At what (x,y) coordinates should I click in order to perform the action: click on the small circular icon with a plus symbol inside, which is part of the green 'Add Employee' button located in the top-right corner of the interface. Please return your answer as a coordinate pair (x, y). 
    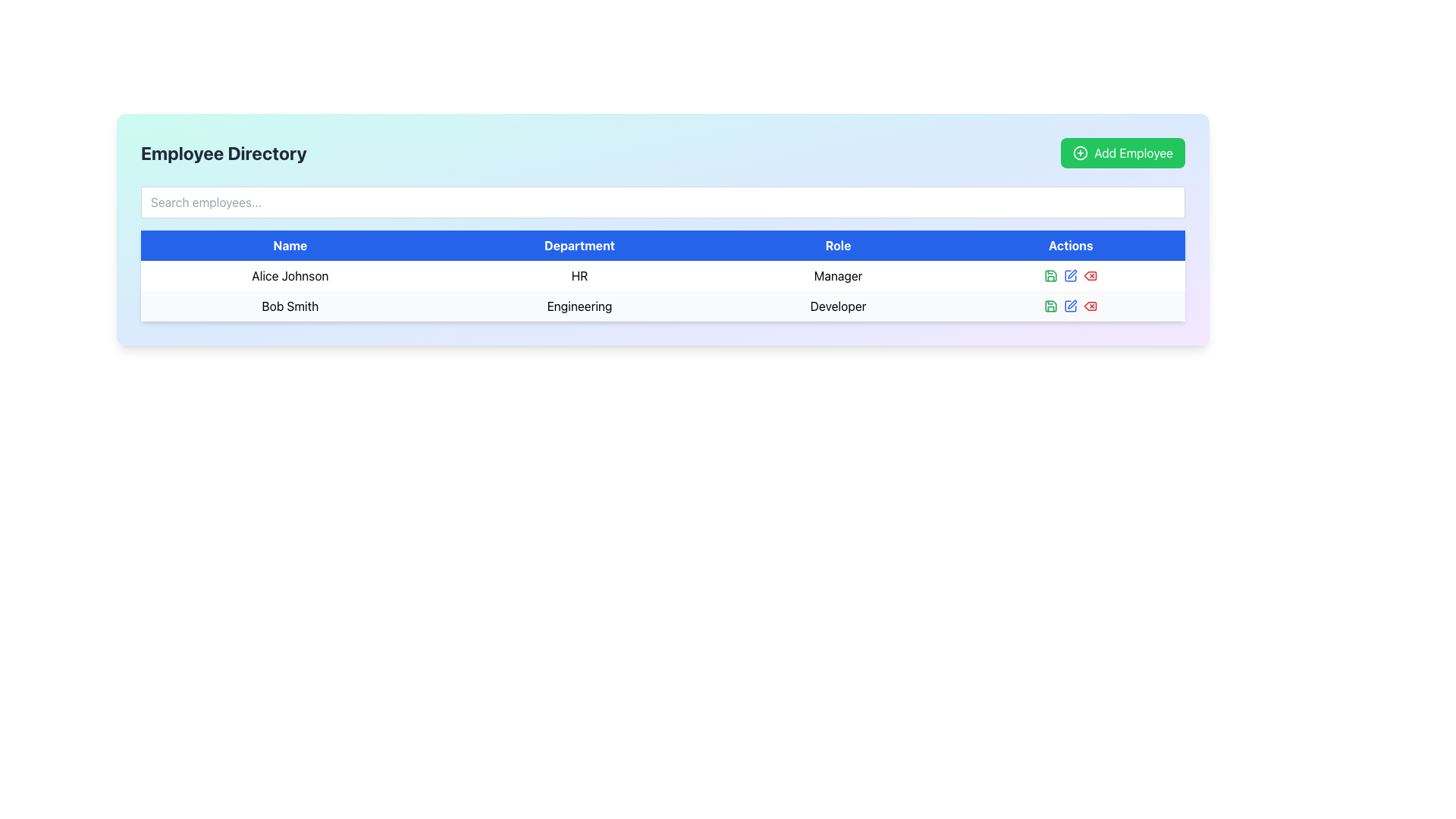
    Looking at the image, I should click on (1080, 152).